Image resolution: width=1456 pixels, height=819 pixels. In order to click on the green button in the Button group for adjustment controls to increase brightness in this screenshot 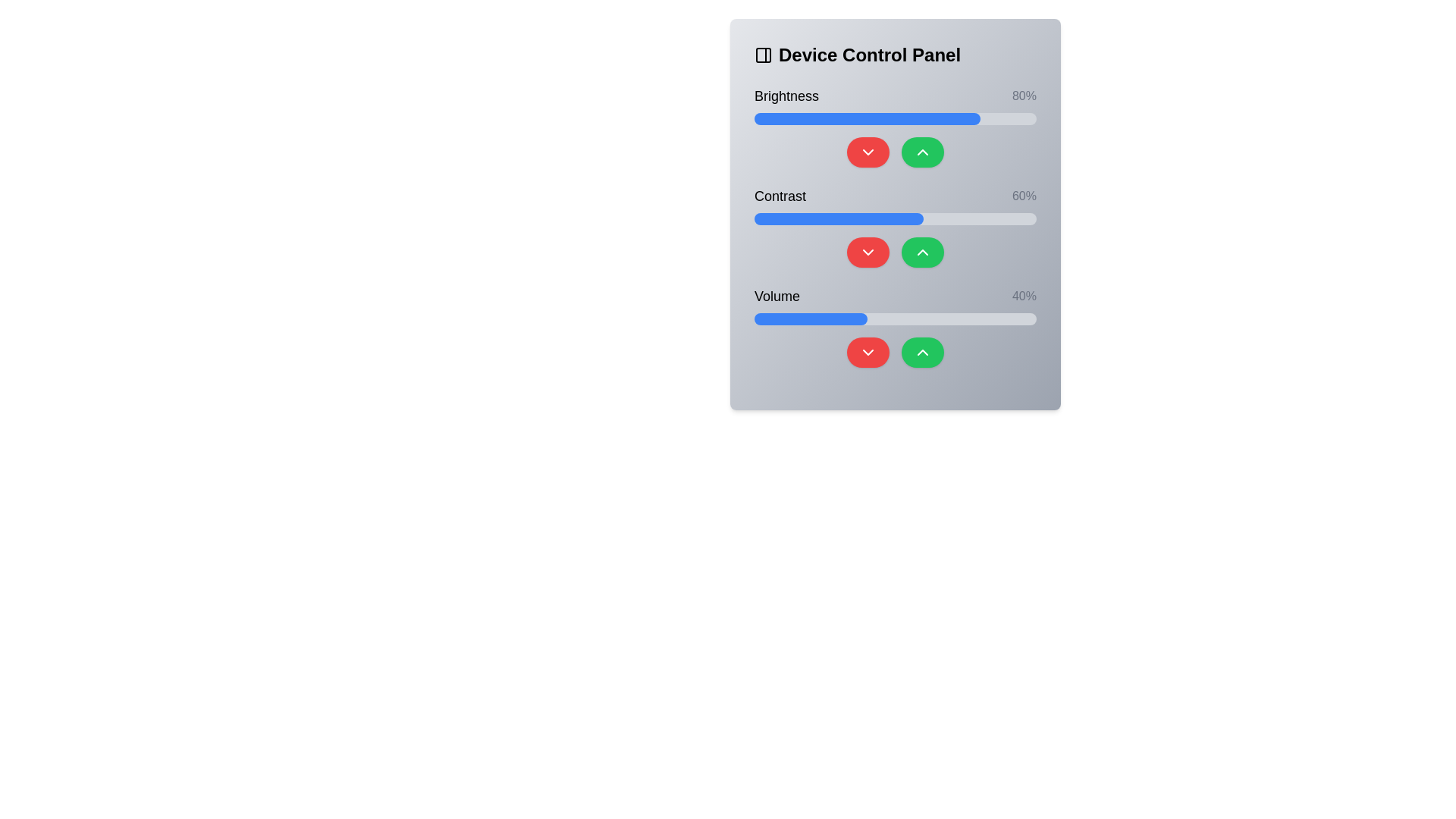, I will do `click(895, 152)`.